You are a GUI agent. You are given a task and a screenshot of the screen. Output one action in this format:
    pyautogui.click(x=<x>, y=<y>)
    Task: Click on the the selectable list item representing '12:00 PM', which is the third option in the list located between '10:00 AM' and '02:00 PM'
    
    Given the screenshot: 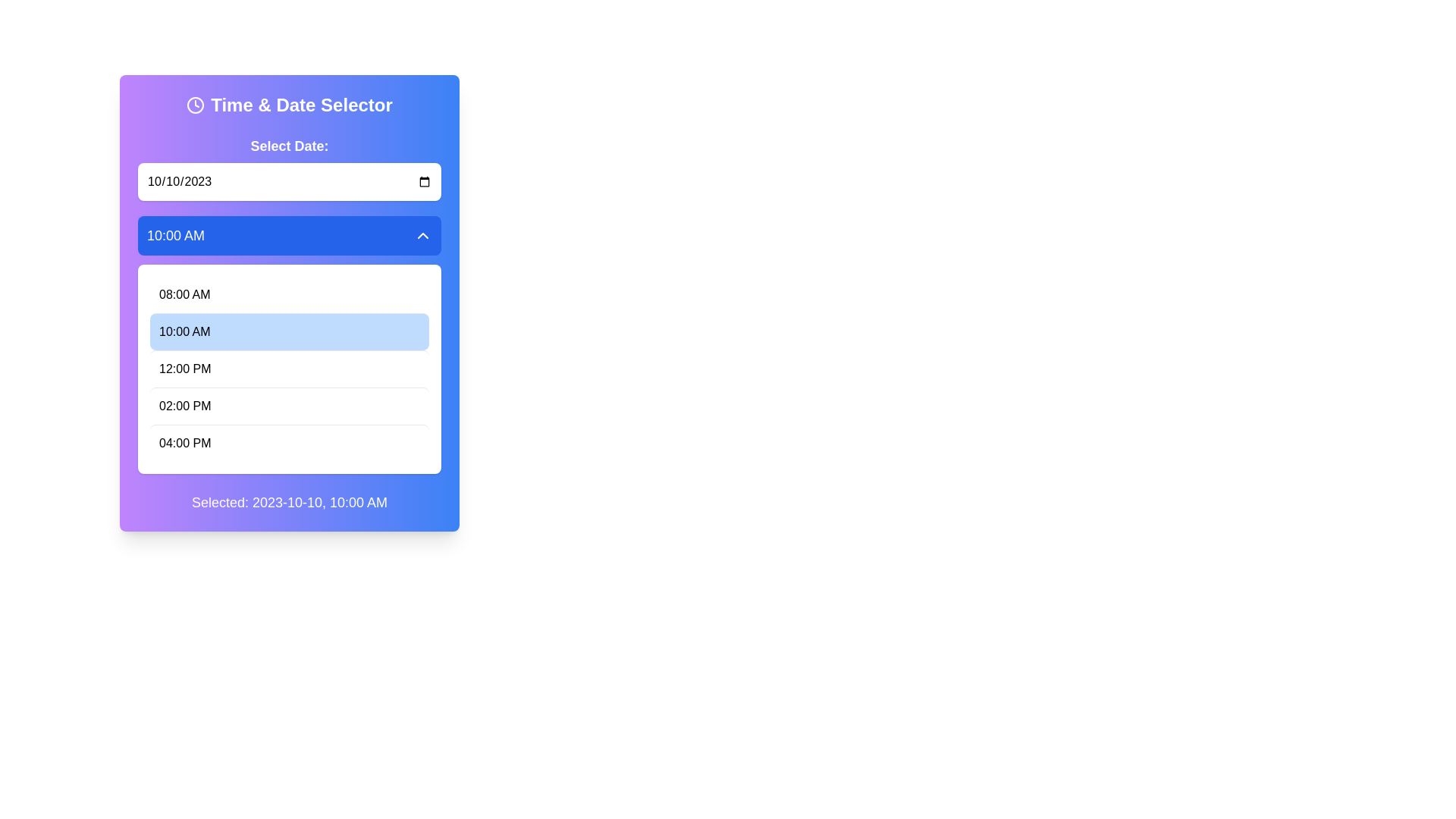 What is the action you would take?
    pyautogui.click(x=290, y=369)
    